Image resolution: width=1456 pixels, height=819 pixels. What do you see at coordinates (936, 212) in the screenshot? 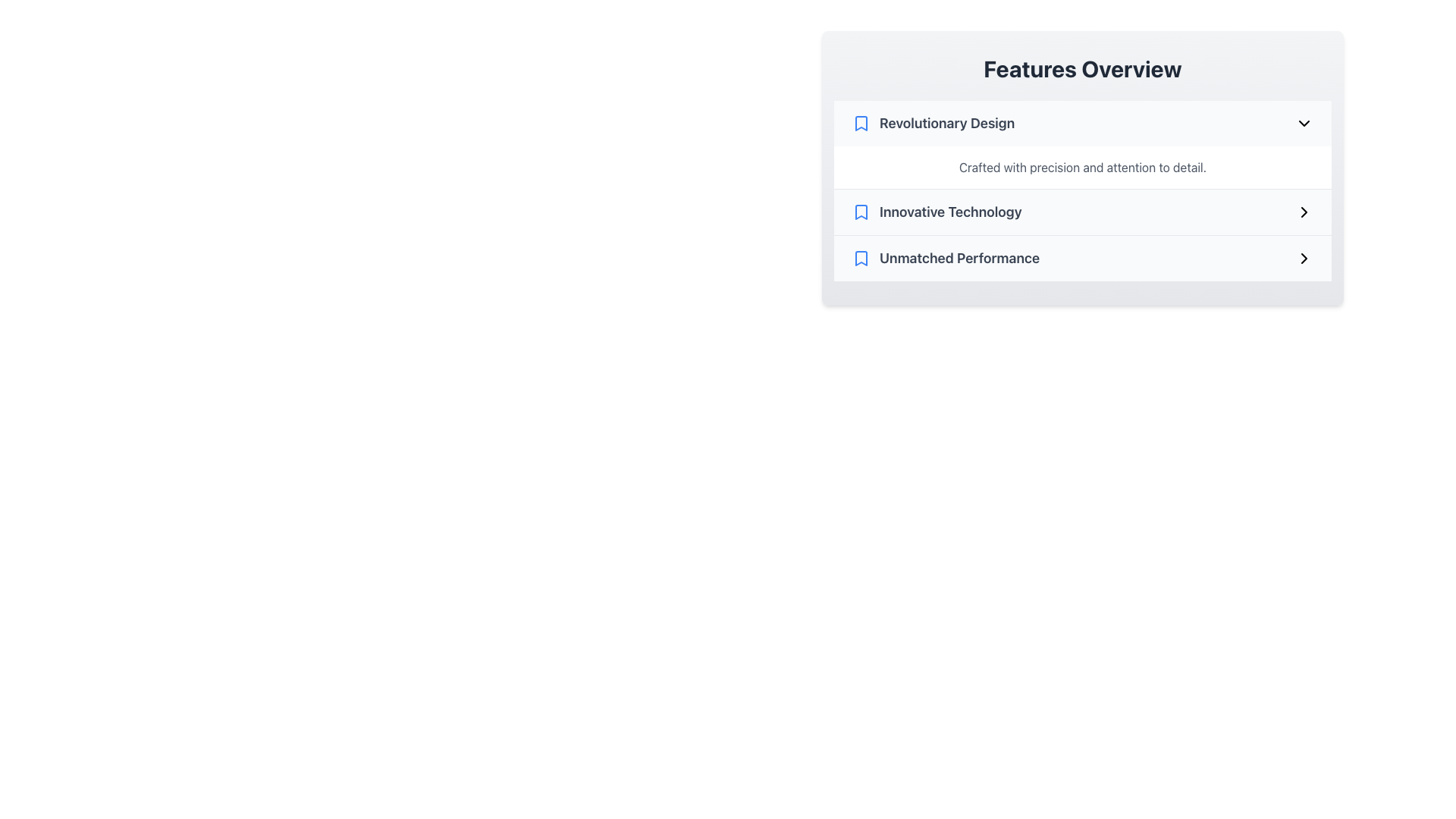
I see `to select the 'Innovative Technology' entry, which is the second item in the vertically stacked list within the 'Features Overview' section, identified by its bookmark icon and bold text style` at bounding box center [936, 212].